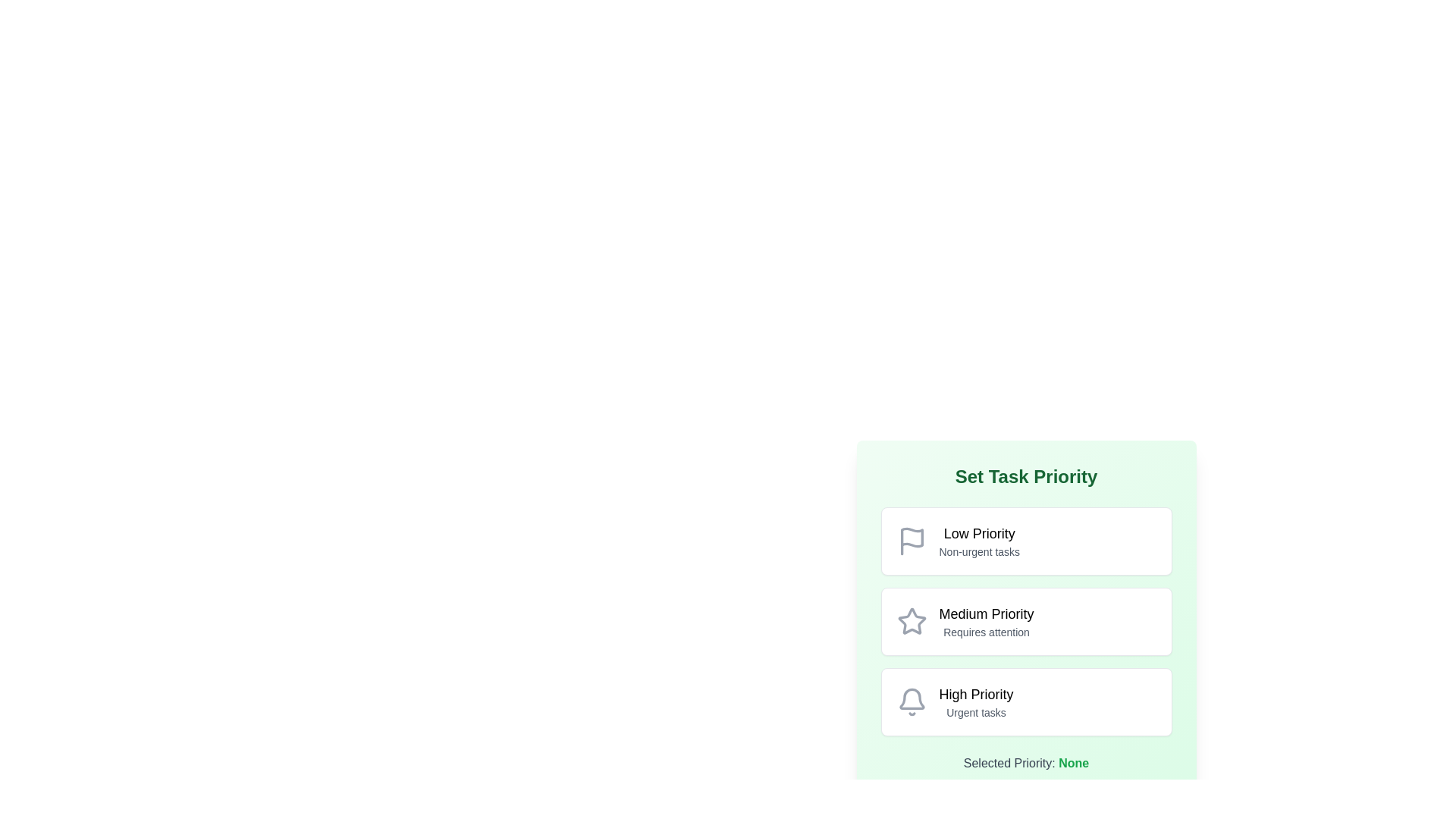  Describe the element at coordinates (911, 621) in the screenshot. I see `the star icon representing 'Medium Priority' in the task priority selection interface` at that location.